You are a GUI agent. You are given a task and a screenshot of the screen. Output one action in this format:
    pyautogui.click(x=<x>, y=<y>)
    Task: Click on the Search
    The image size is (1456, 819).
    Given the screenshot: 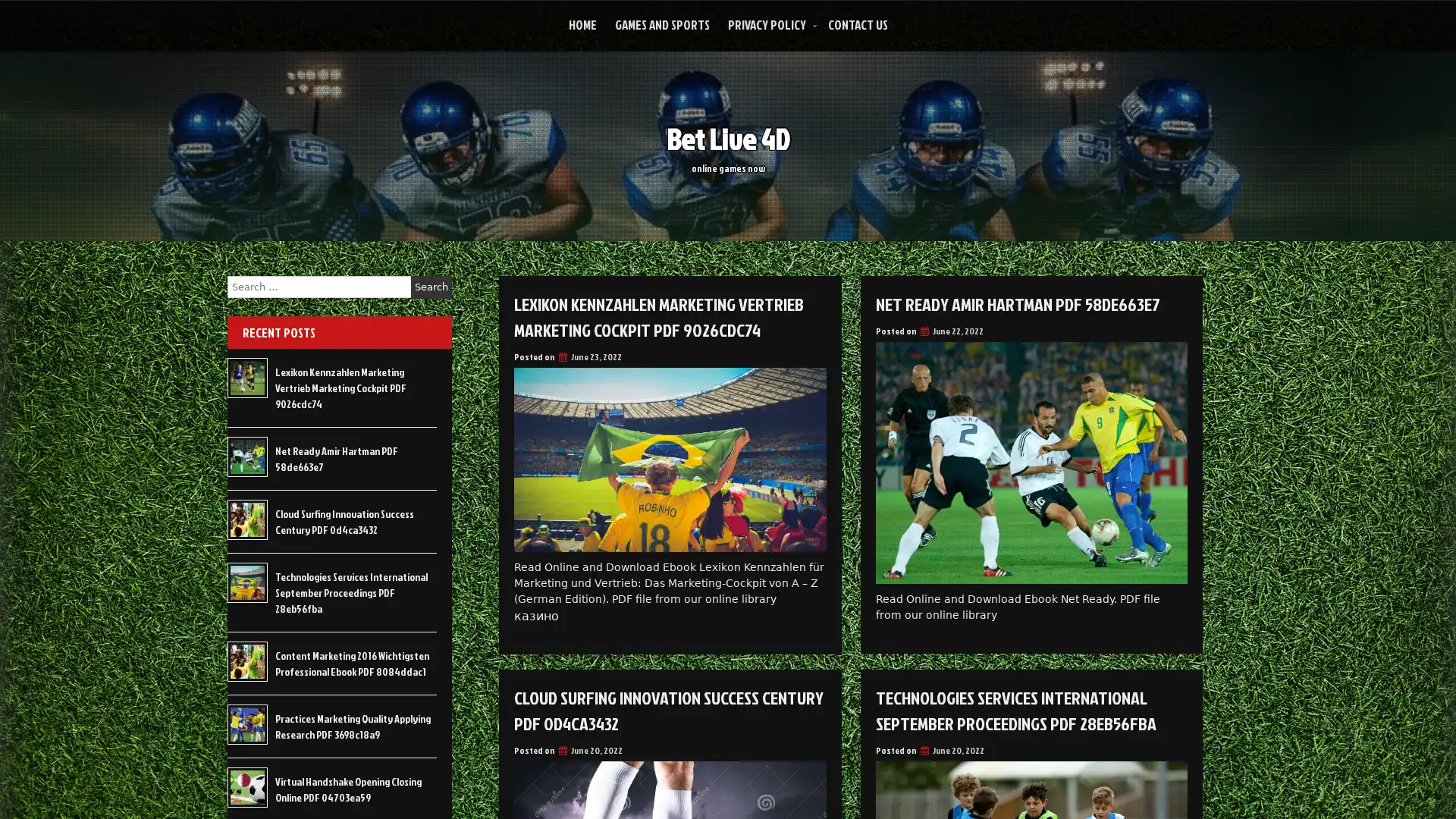 What is the action you would take?
    pyautogui.click(x=431, y=287)
    